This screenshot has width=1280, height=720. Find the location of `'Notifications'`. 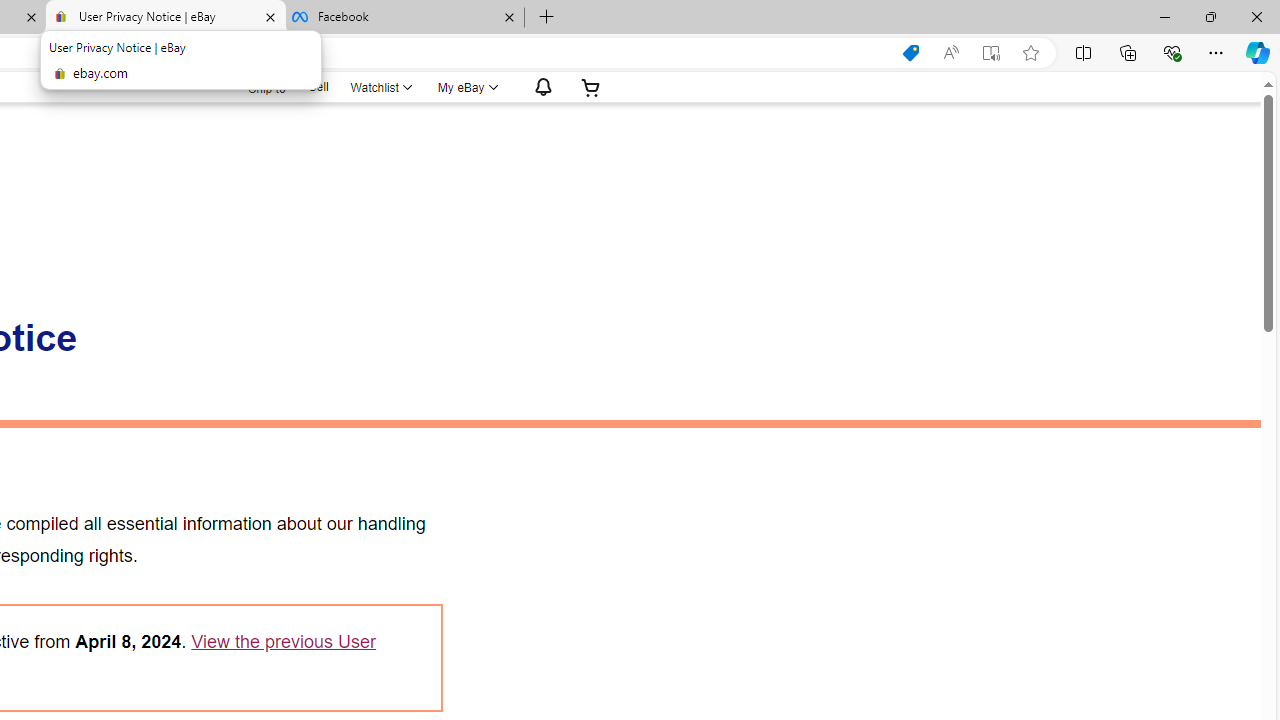

'Notifications' is located at coordinates (538, 86).